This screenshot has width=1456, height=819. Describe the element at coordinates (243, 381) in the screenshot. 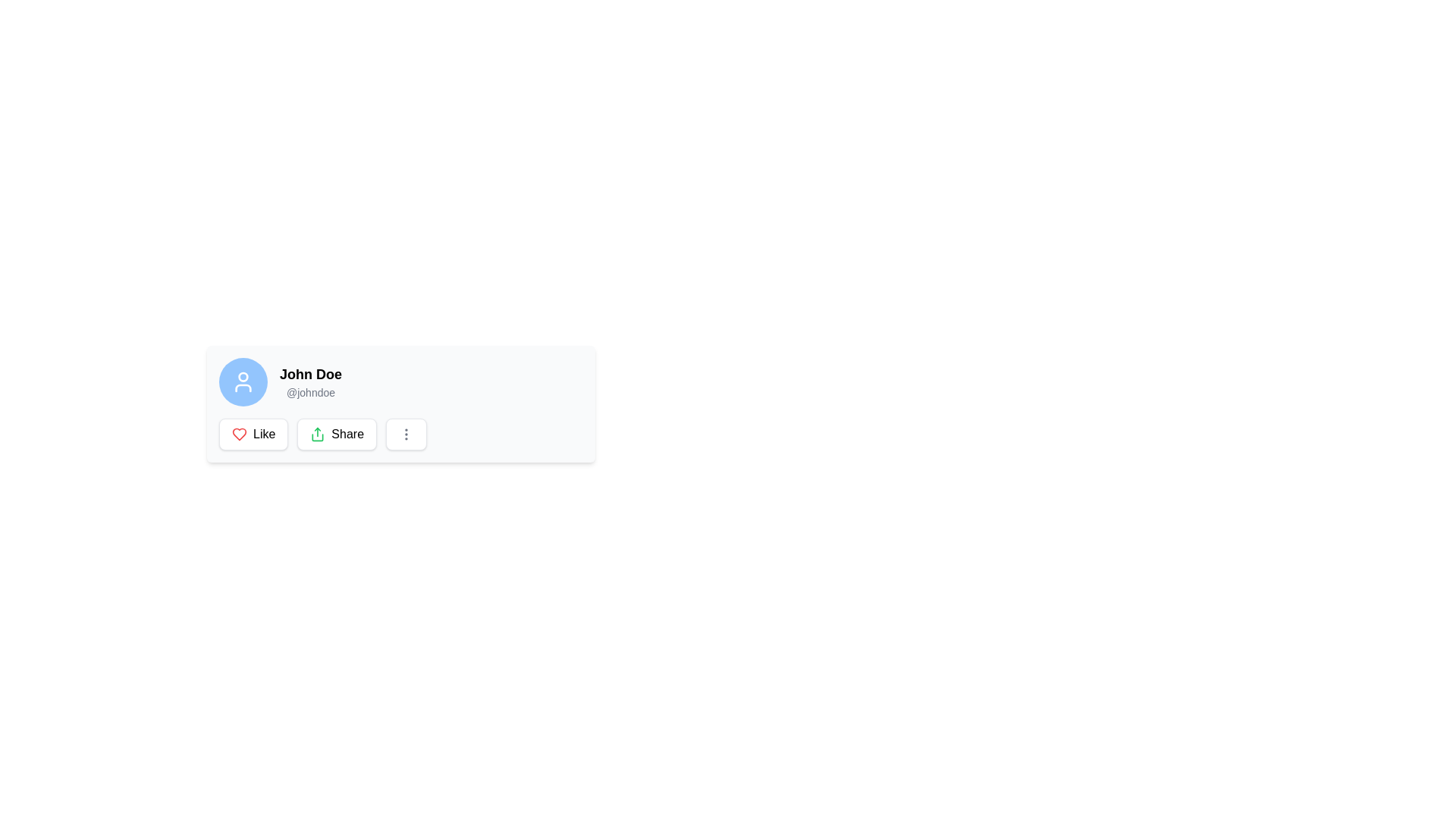

I see `the circular avatar placeholder representing the user profile image of 'John Doe'` at that location.